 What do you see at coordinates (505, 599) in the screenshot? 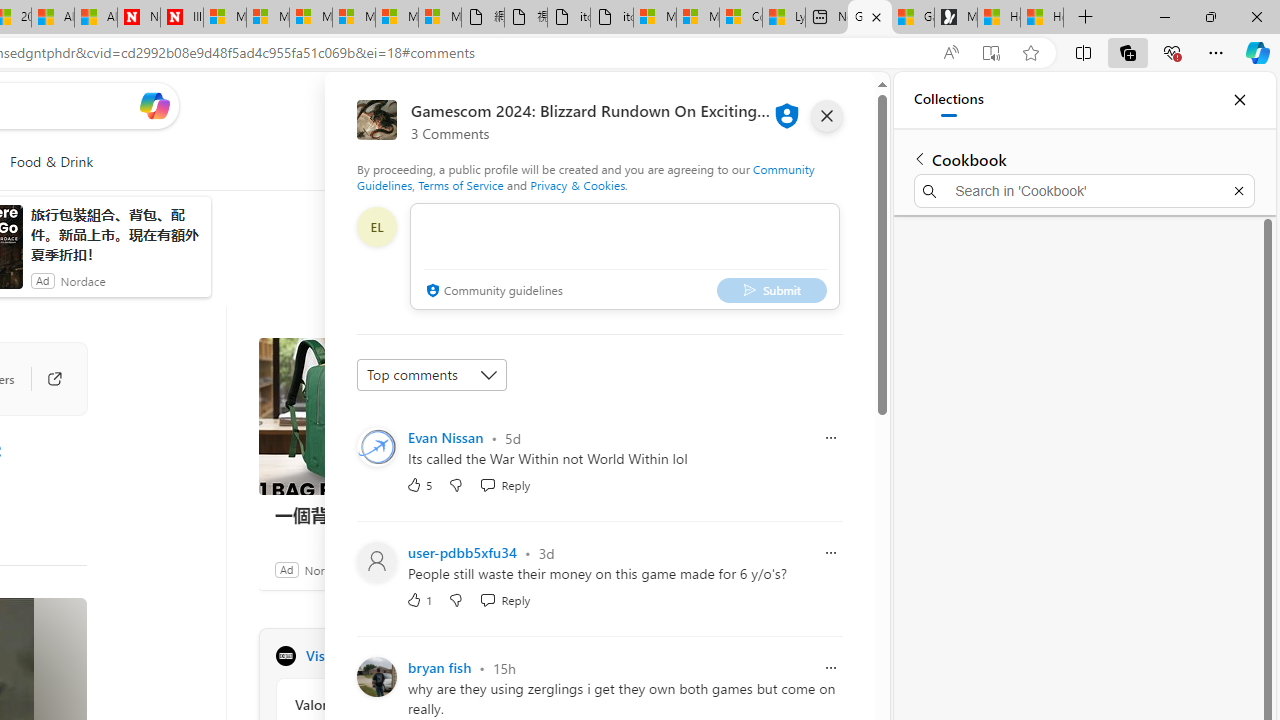
I see `'Reply Reply Comment'` at bounding box center [505, 599].